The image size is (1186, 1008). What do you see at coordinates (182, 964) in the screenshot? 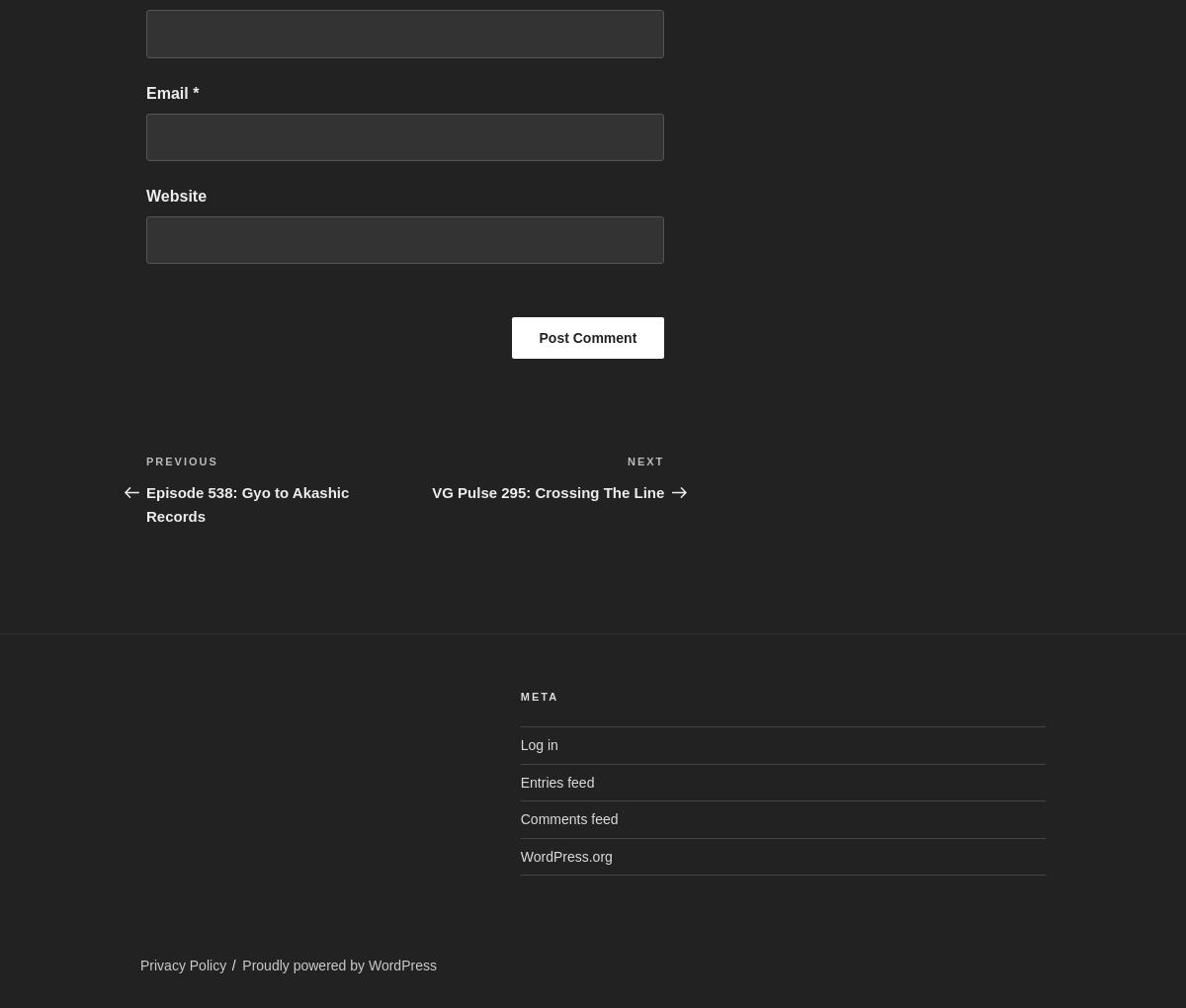
I see `'Privacy Policy'` at bounding box center [182, 964].